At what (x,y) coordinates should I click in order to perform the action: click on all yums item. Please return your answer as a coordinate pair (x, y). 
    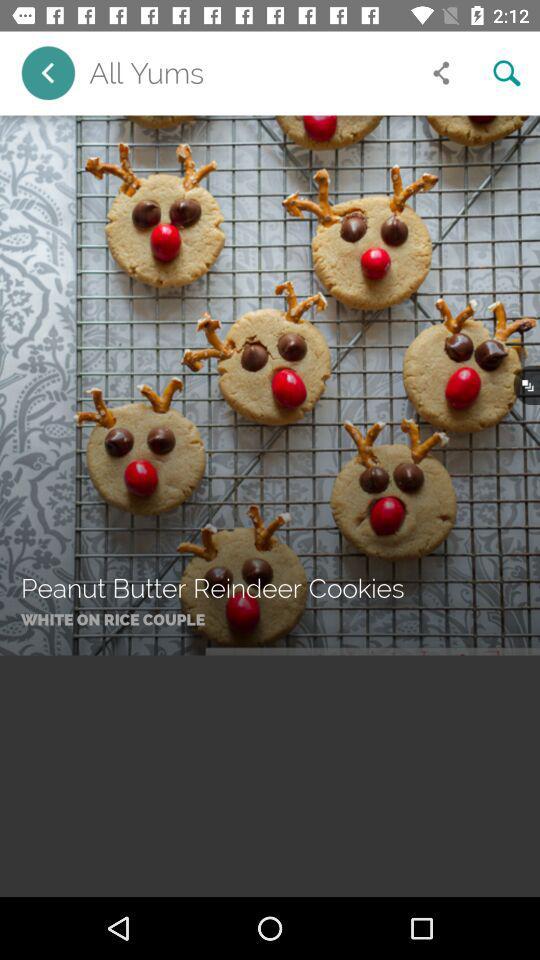
    Looking at the image, I should click on (248, 73).